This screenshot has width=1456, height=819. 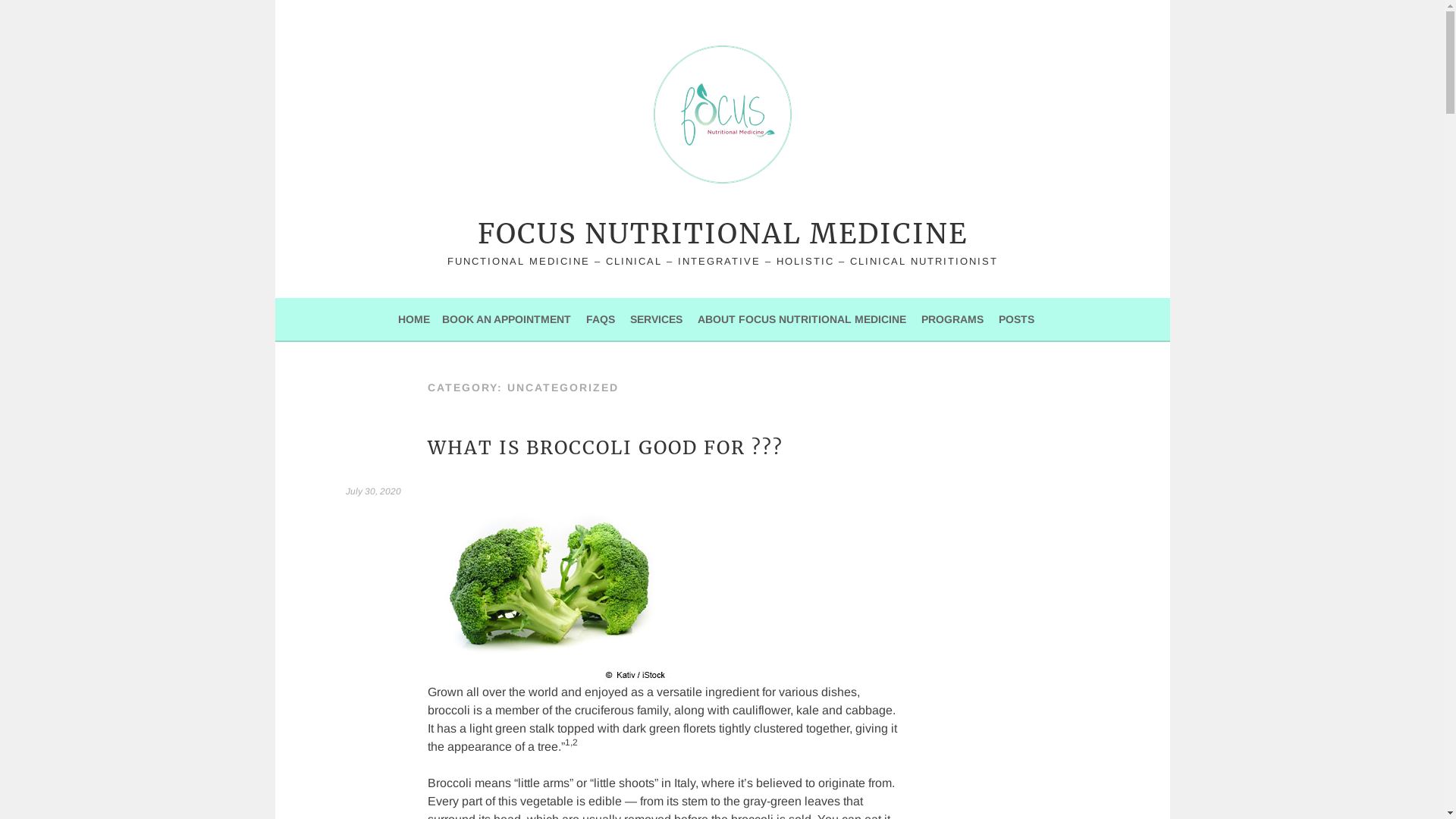 I want to click on 'BOOK AN APPOINTMENT', so click(x=506, y=318).